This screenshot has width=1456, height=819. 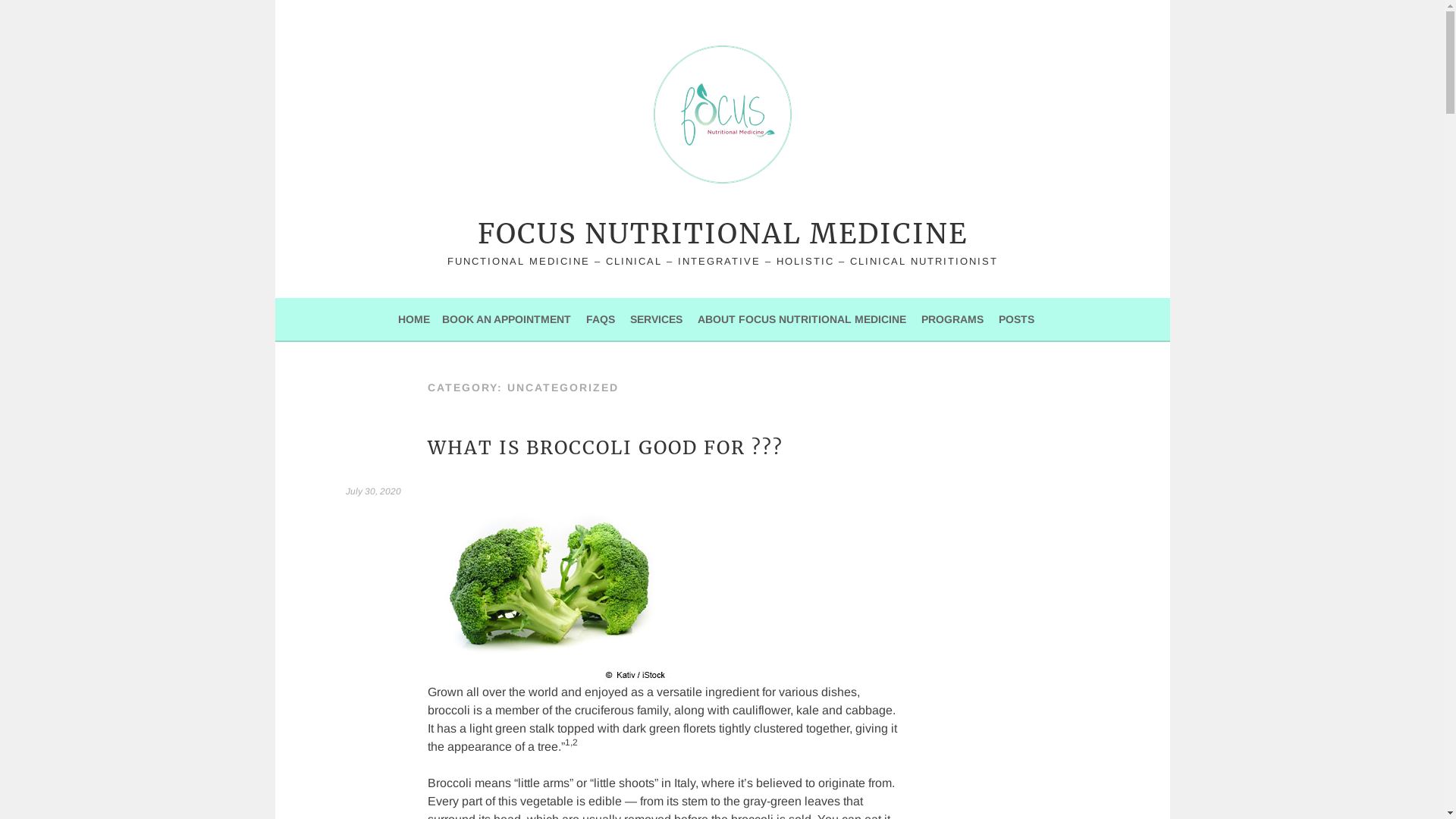 I want to click on 'BOOK AN APPOINTMENT', so click(x=506, y=318).